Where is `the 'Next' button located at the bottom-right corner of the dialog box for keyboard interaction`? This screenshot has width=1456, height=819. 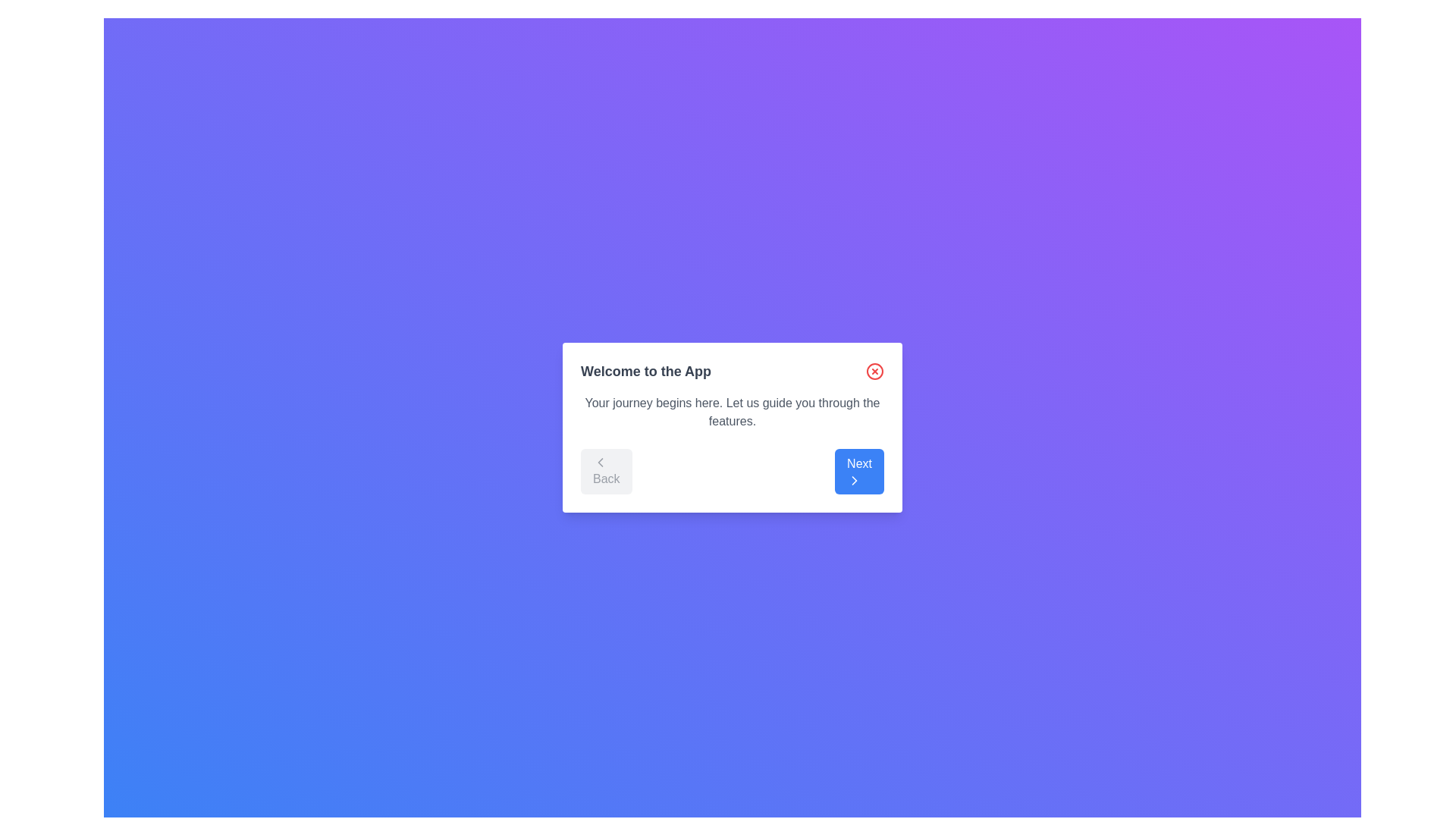
the 'Next' button located at the bottom-right corner of the dialog box for keyboard interaction is located at coordinates (859, 470).